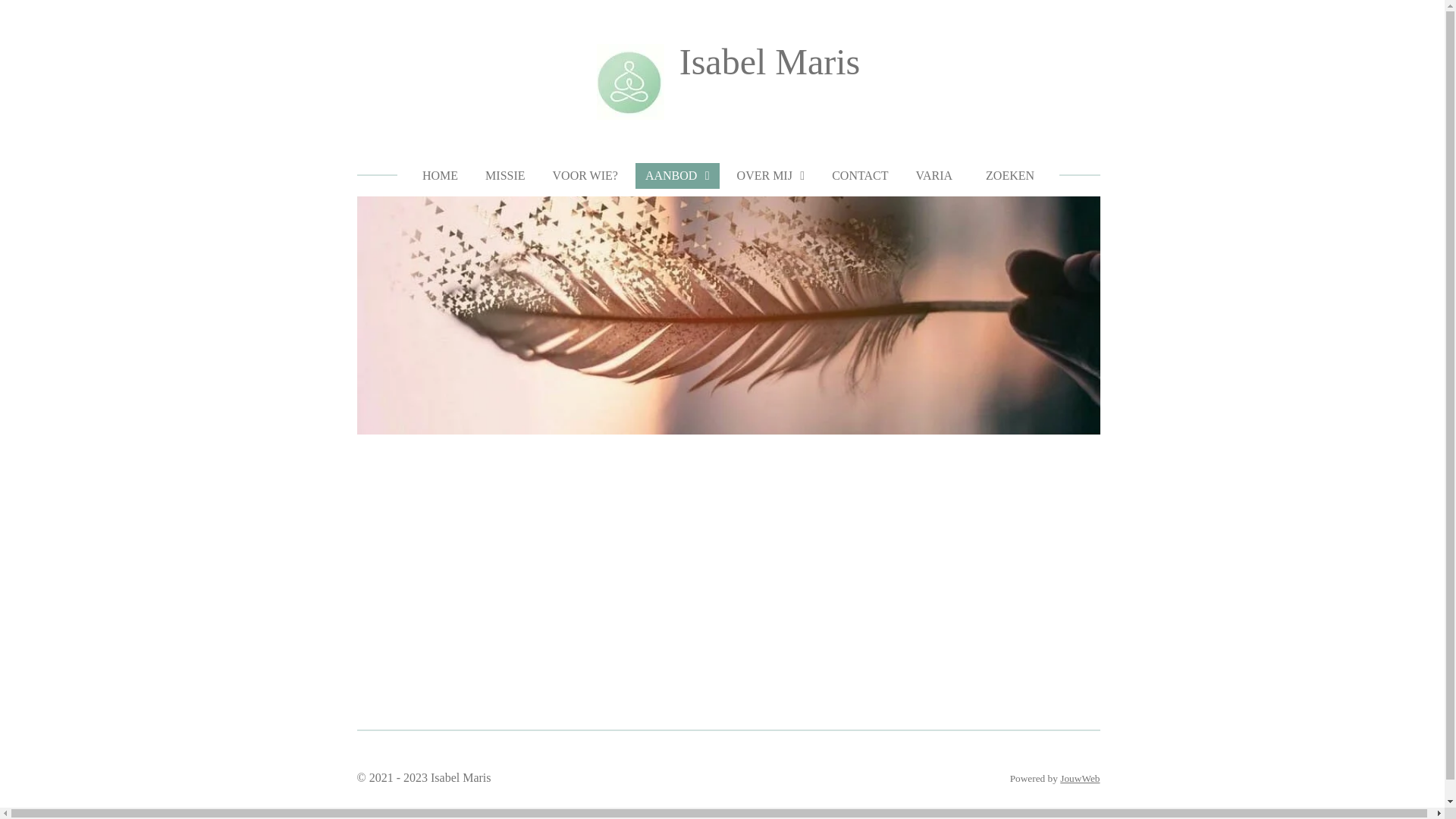  What do you see at coordinates (771, 174) in the screenshot?
I see `'OVER MIJ'` at bounding box center [771, 174].